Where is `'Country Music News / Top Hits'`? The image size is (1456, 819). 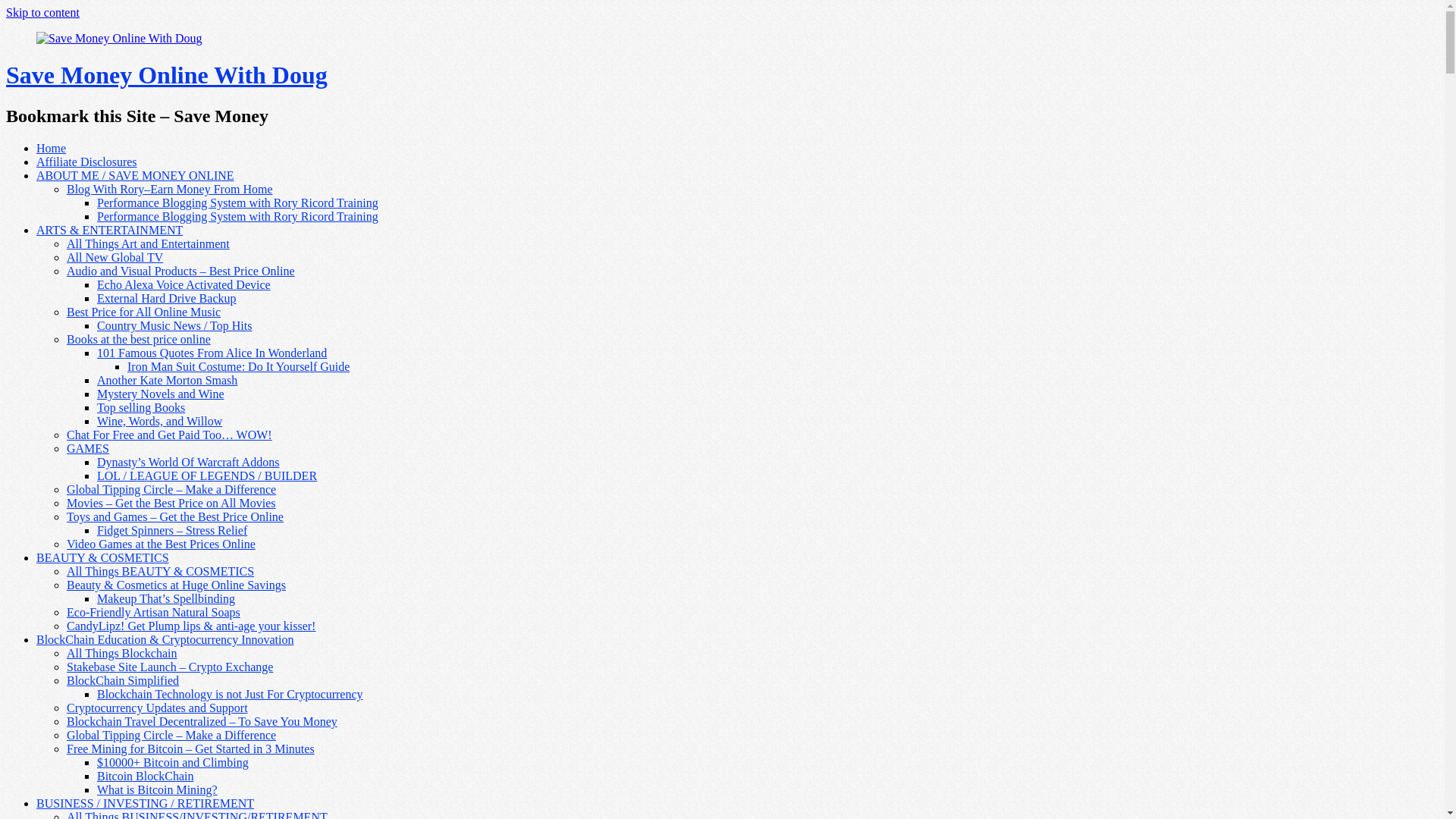 'Country Music News / Top Hits' is located at coordinates (96, 325).